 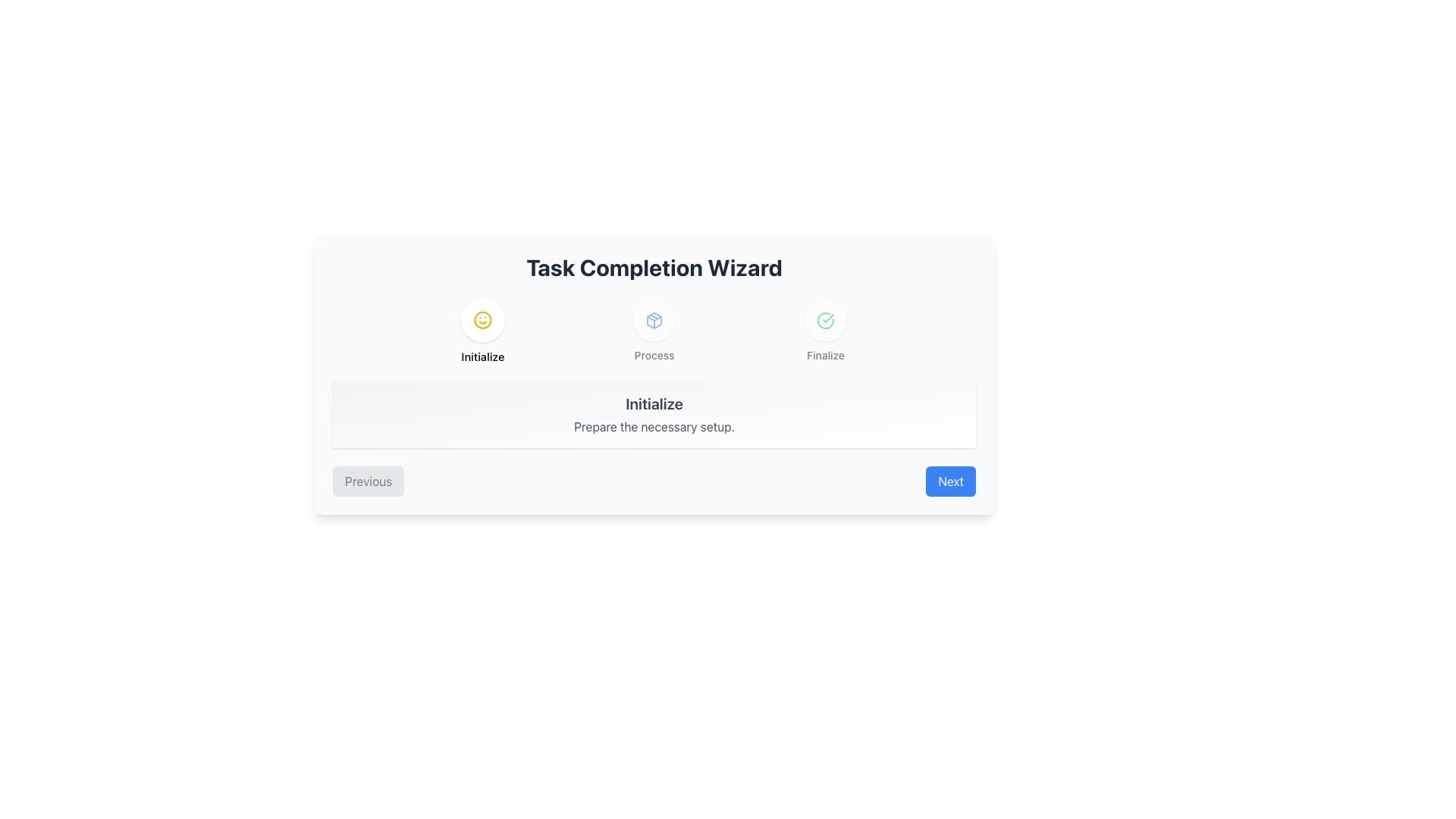 What do you see at coordinates (825, 320) in the screenshot?
I see `the 'Finalize' indicator icon, which features a green checkmark and is positioned in the top navigation area of the interface` at bounding box center [825, 320].